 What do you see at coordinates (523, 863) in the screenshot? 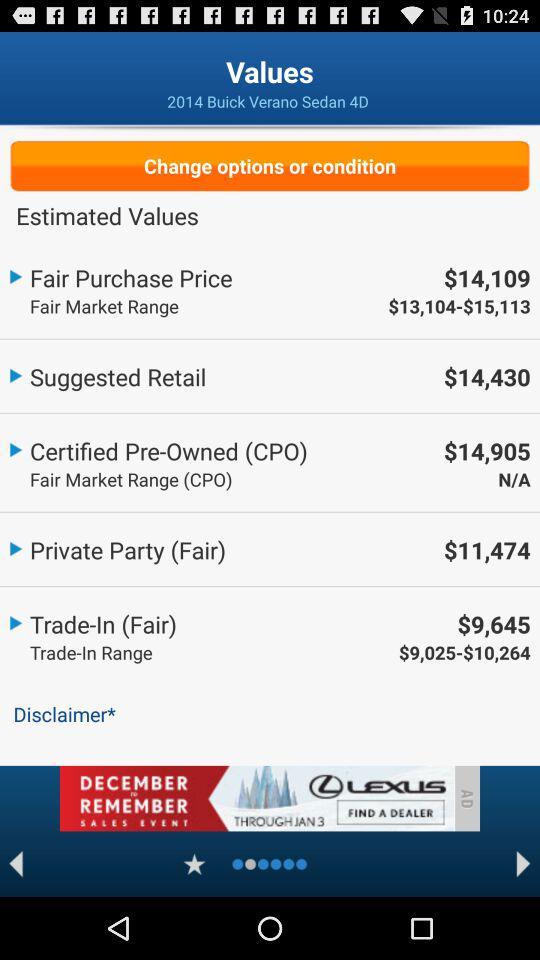
I see `next page` at bounding box center [523, 863].